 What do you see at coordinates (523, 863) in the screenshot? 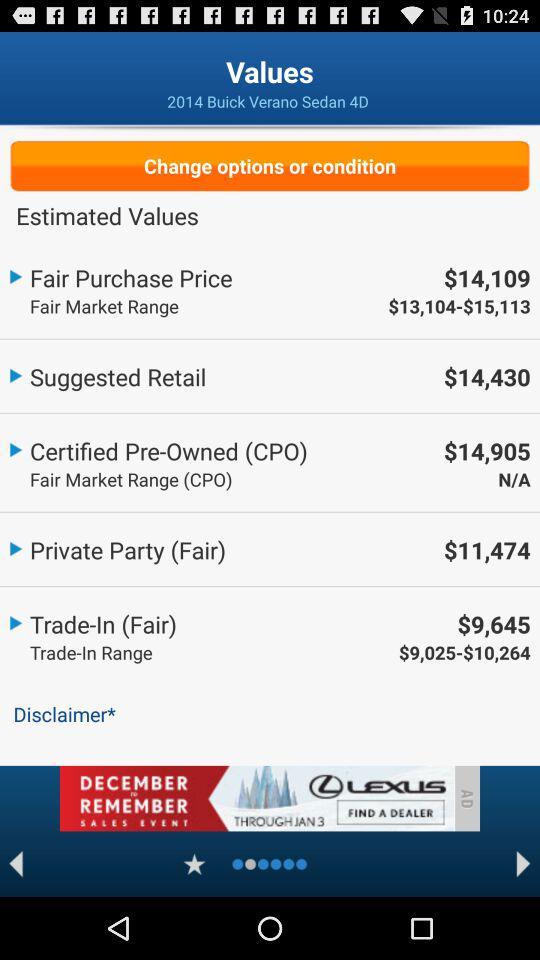
I see `next page` at bounding box center [523, 863].